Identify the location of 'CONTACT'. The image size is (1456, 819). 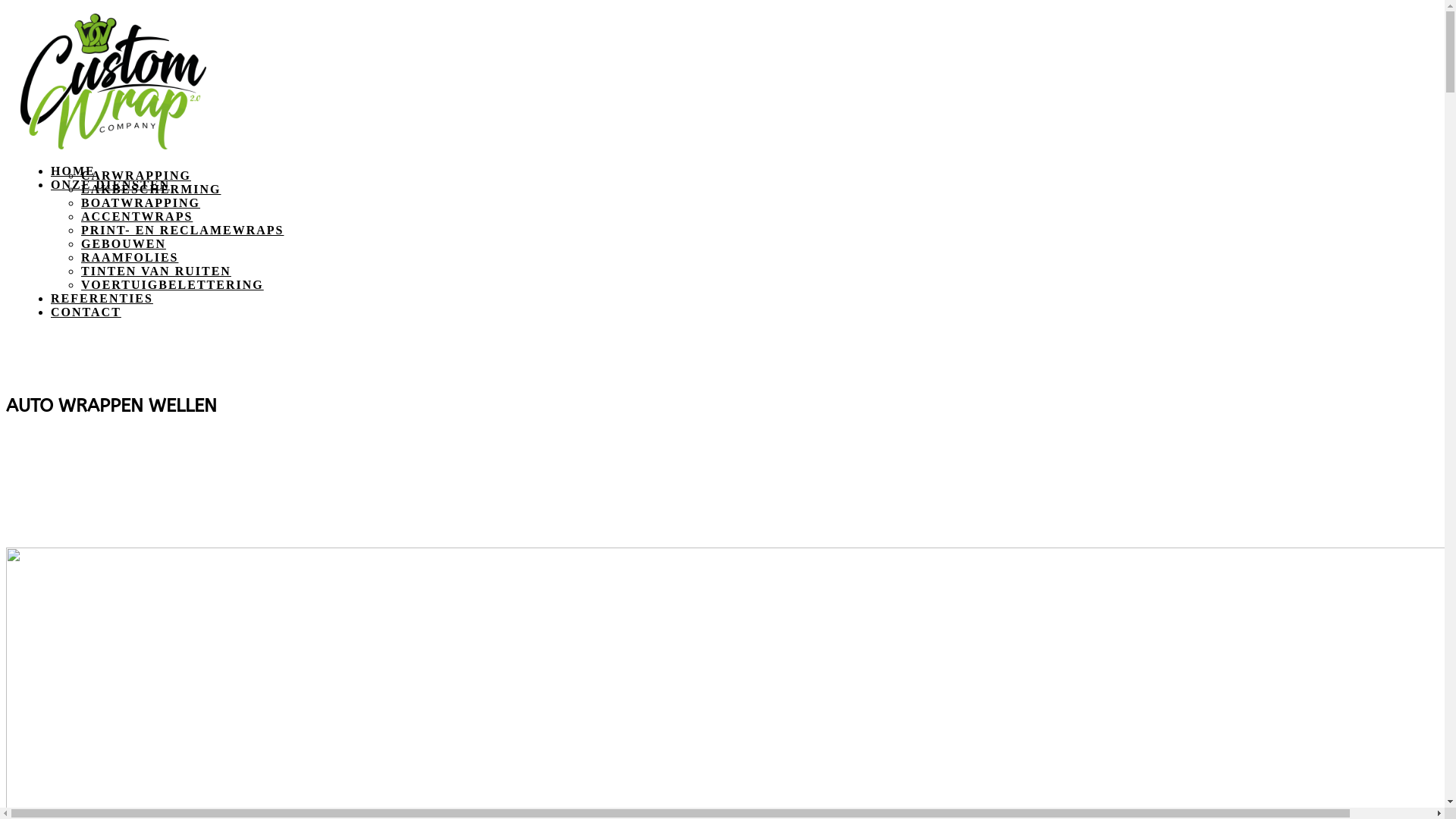
(85, 311).